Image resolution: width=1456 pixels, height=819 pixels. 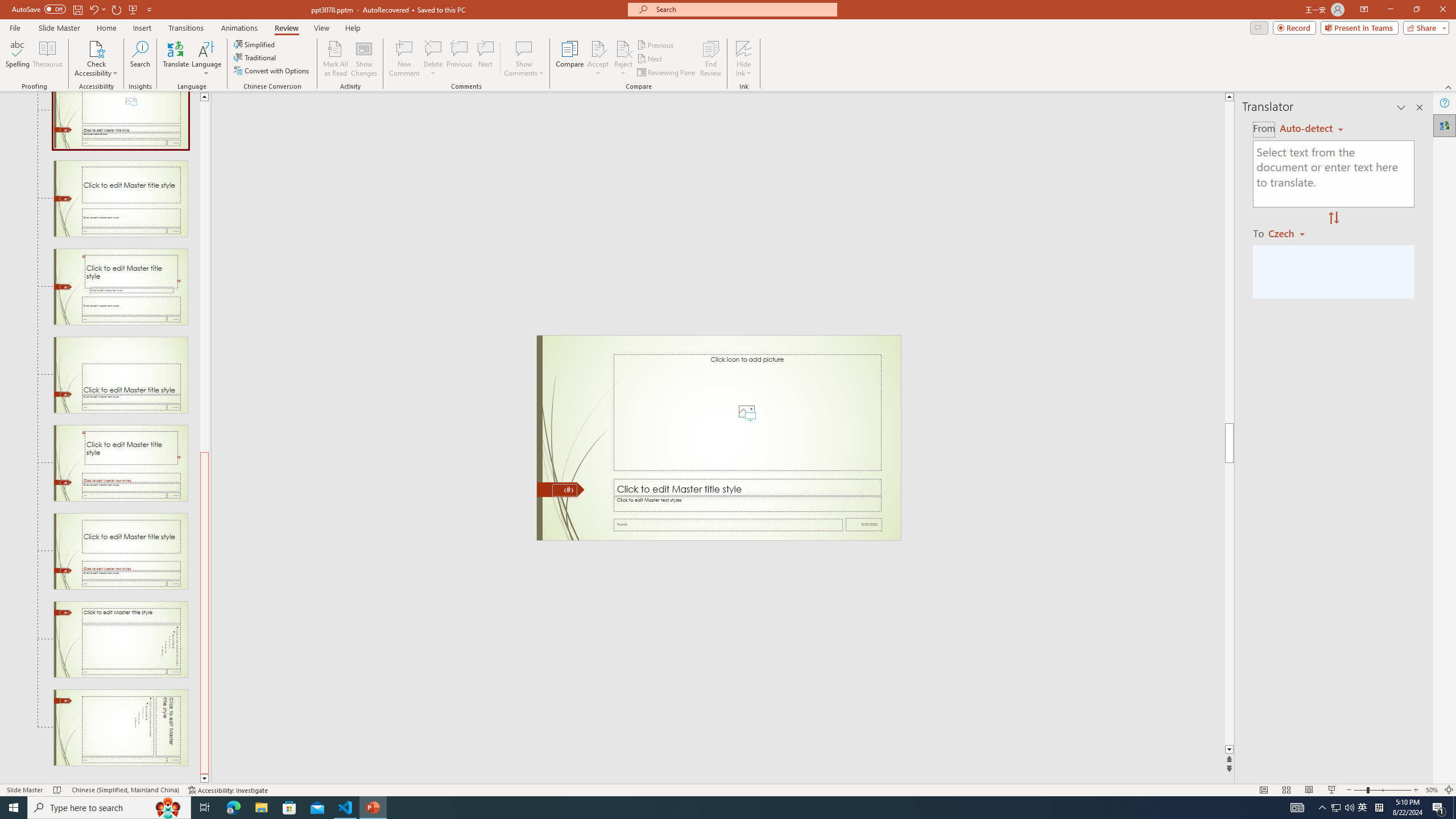 What do you see at coordinates (746, 412) in the screenshot?
I see `'Picture Placeholder 2'` at bounding box center [746, 412].